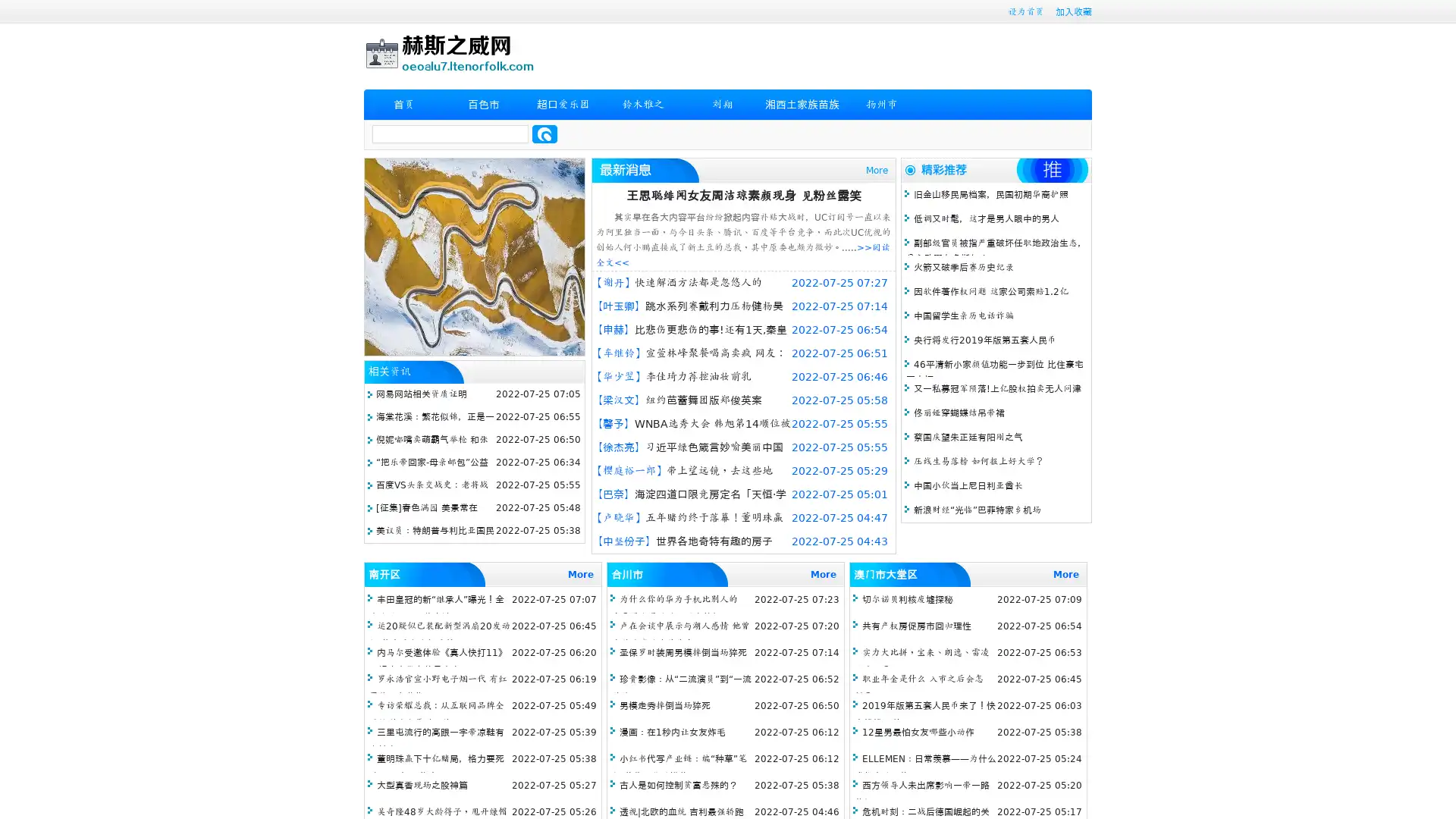 This screenshot has height=819, width=1456. What do you see at coordinates (544, 133) in the screenshot?
I see `Search` at bounding box center [544, 133].